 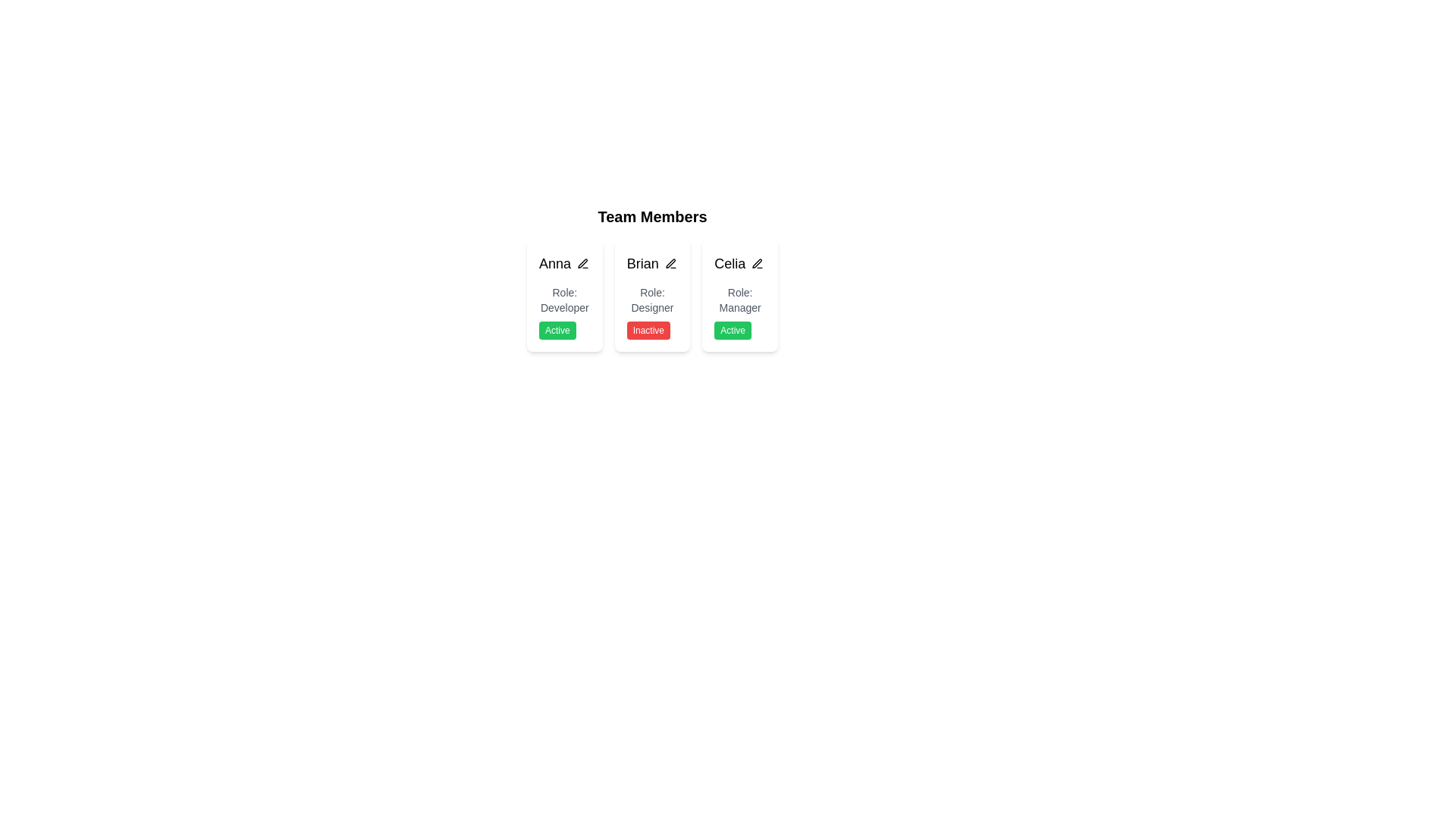 I want to click on the Status indicator badge with a green background and white text reading 'Active', located at the bottom of the profile card labeled 'Celia' and 'Role: Manager', so click(x=733, y=329).